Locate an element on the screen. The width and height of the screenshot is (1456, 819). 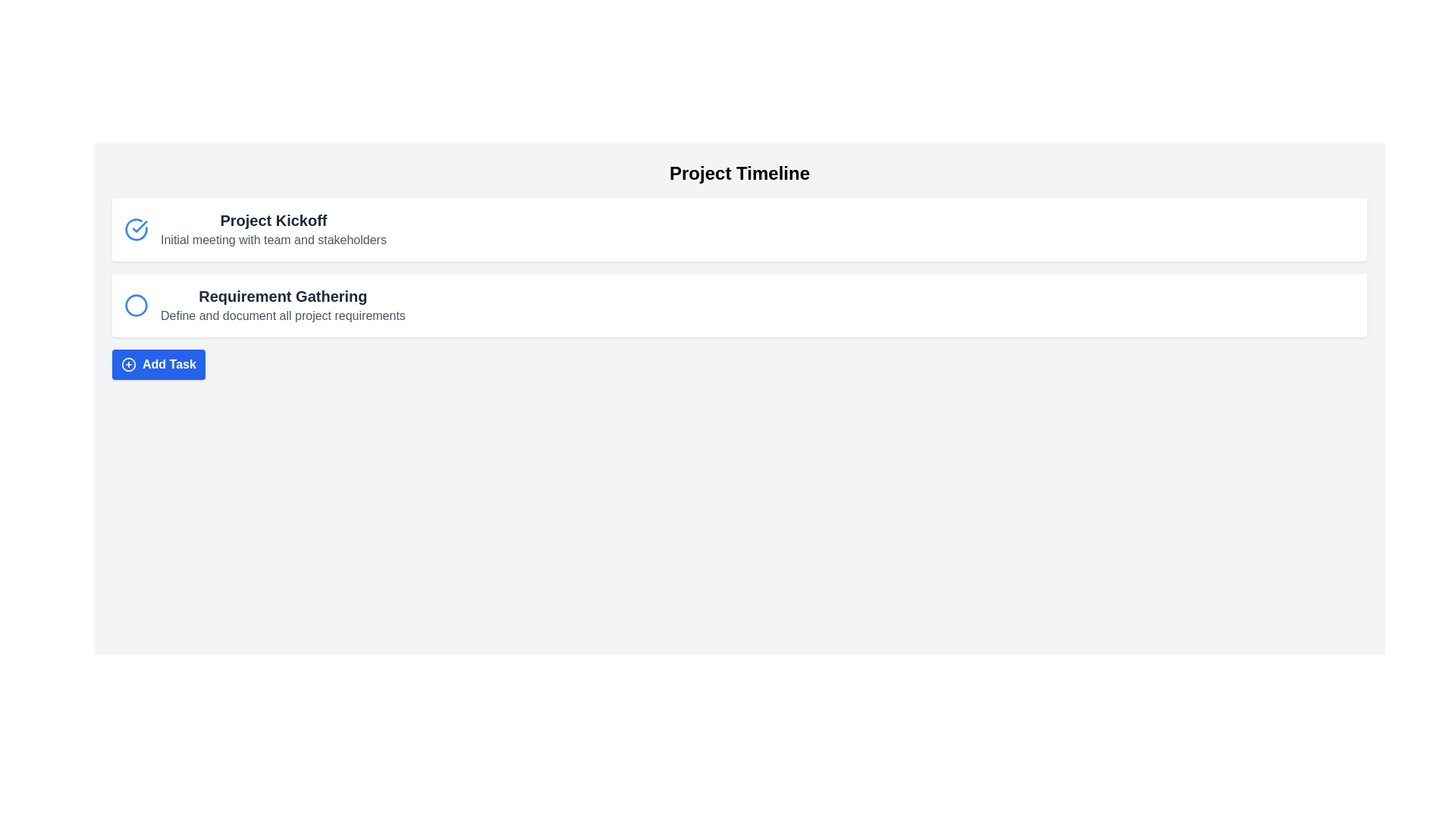
the label displaying 'Requirement Gathering' which contains two lines of text, with the first line in bold and larger font and the second line in smaller and lighter font is located at coordinates (283, 305).